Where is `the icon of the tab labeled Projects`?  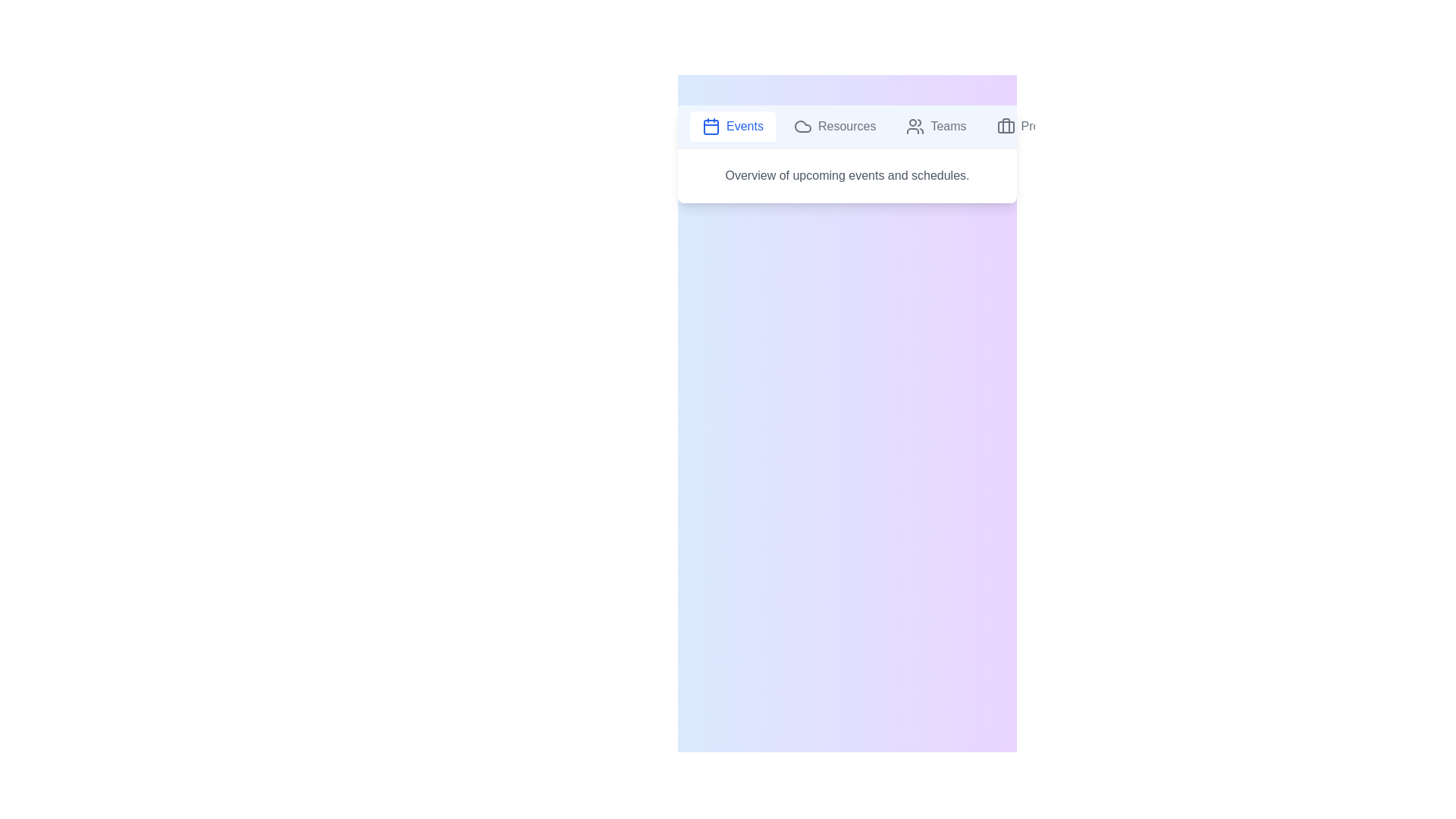
the icon of the tab labeled Projects is located at coordinates (1005, 125).